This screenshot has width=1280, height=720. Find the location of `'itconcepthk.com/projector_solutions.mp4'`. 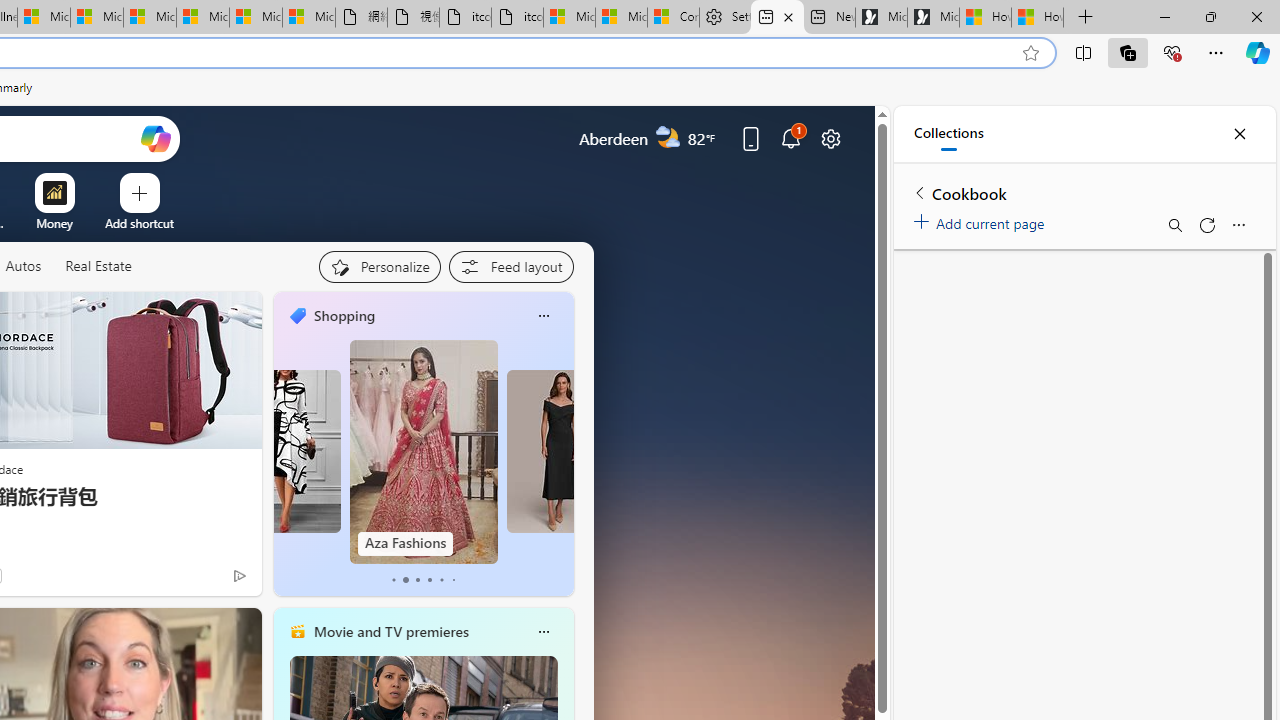

'itconcepthk.com/projector_solutions.mp4' is located at coordinates (517, 17).